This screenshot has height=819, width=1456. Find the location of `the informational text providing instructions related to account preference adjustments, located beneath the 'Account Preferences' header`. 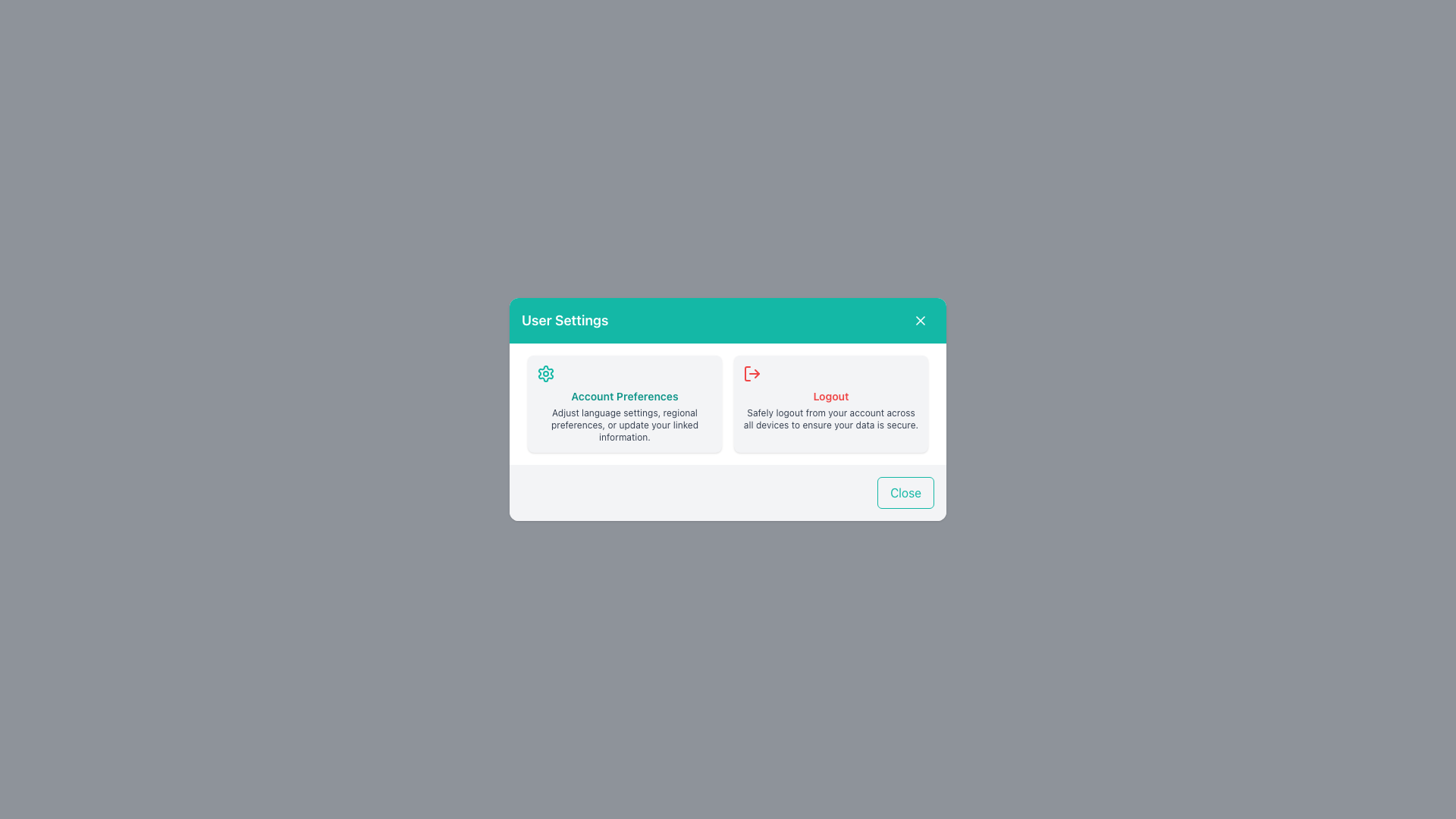

the informational text providing instructions related to account preference adjustments, located beneath the 'Account Preferences' header is located at coordinates (625, 425).